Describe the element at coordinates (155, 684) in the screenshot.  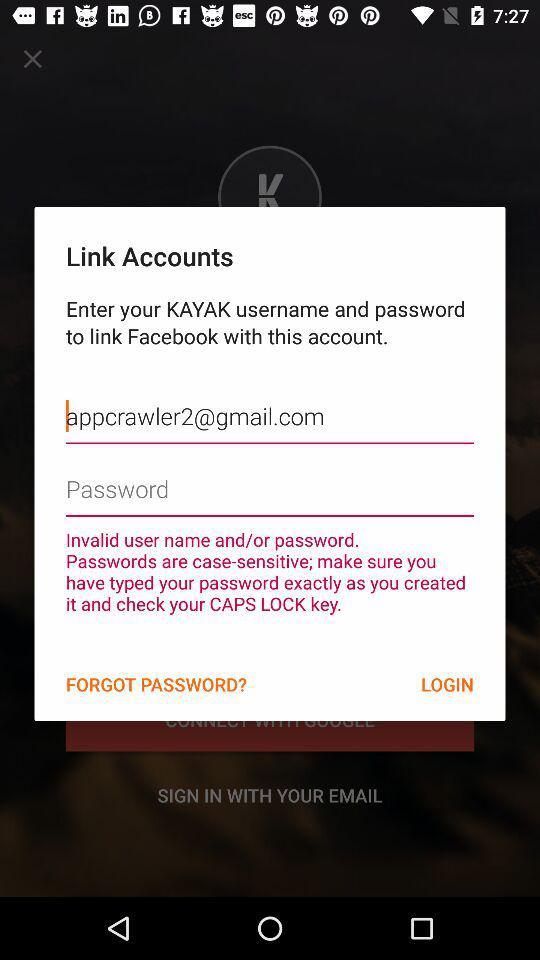
I see `forgot password? icon` at that location.